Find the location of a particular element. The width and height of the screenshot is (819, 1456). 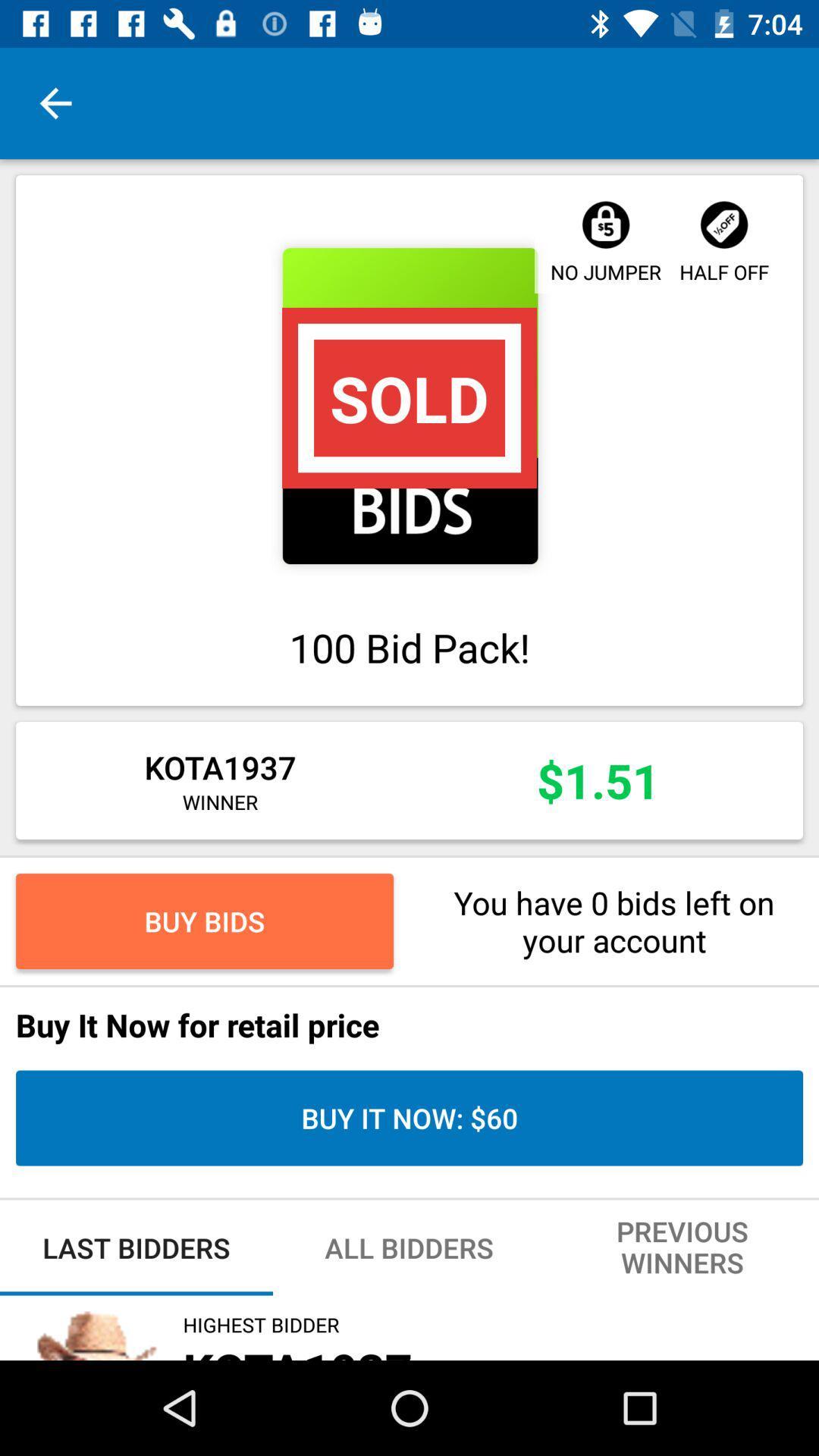

icon to the left of you have 0 is located at coordinates (205, 920).